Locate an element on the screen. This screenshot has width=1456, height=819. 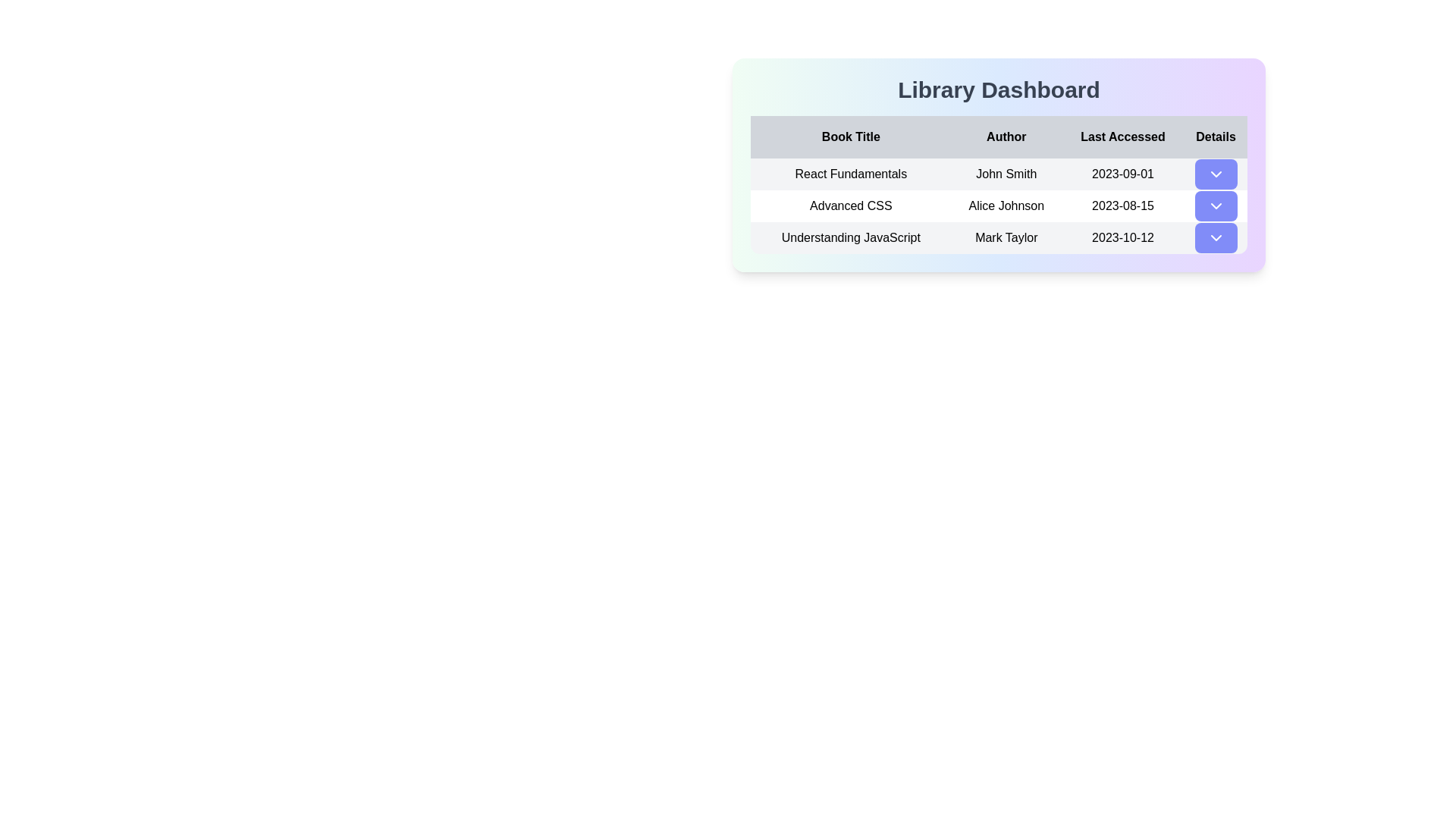
the action indicator icon located in the 'Details' column of the first row in the 'Library Dashboard' table is located at coordinates (1216, 174).